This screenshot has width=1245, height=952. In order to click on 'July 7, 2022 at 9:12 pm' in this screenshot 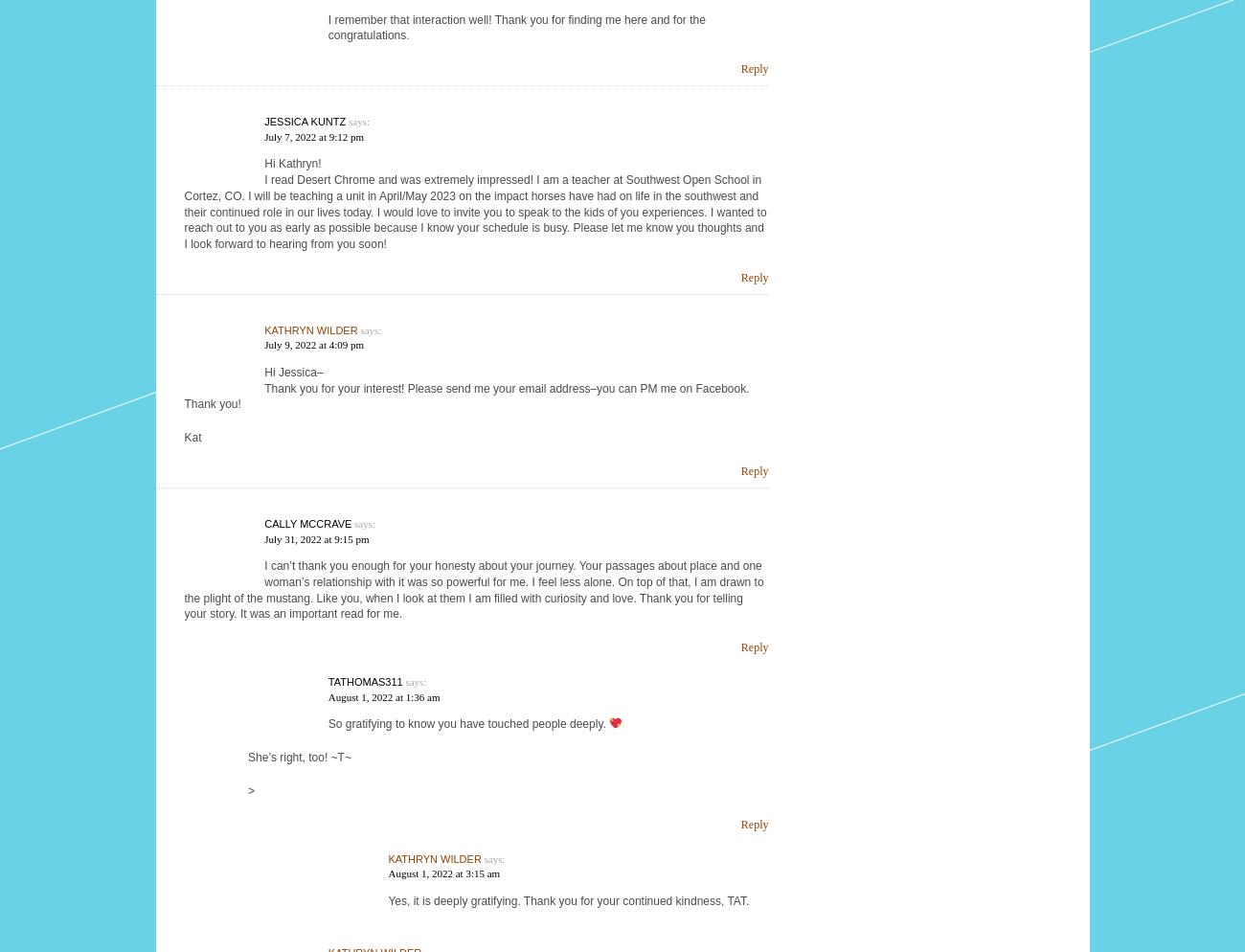, I will do `click(312, 136)`.